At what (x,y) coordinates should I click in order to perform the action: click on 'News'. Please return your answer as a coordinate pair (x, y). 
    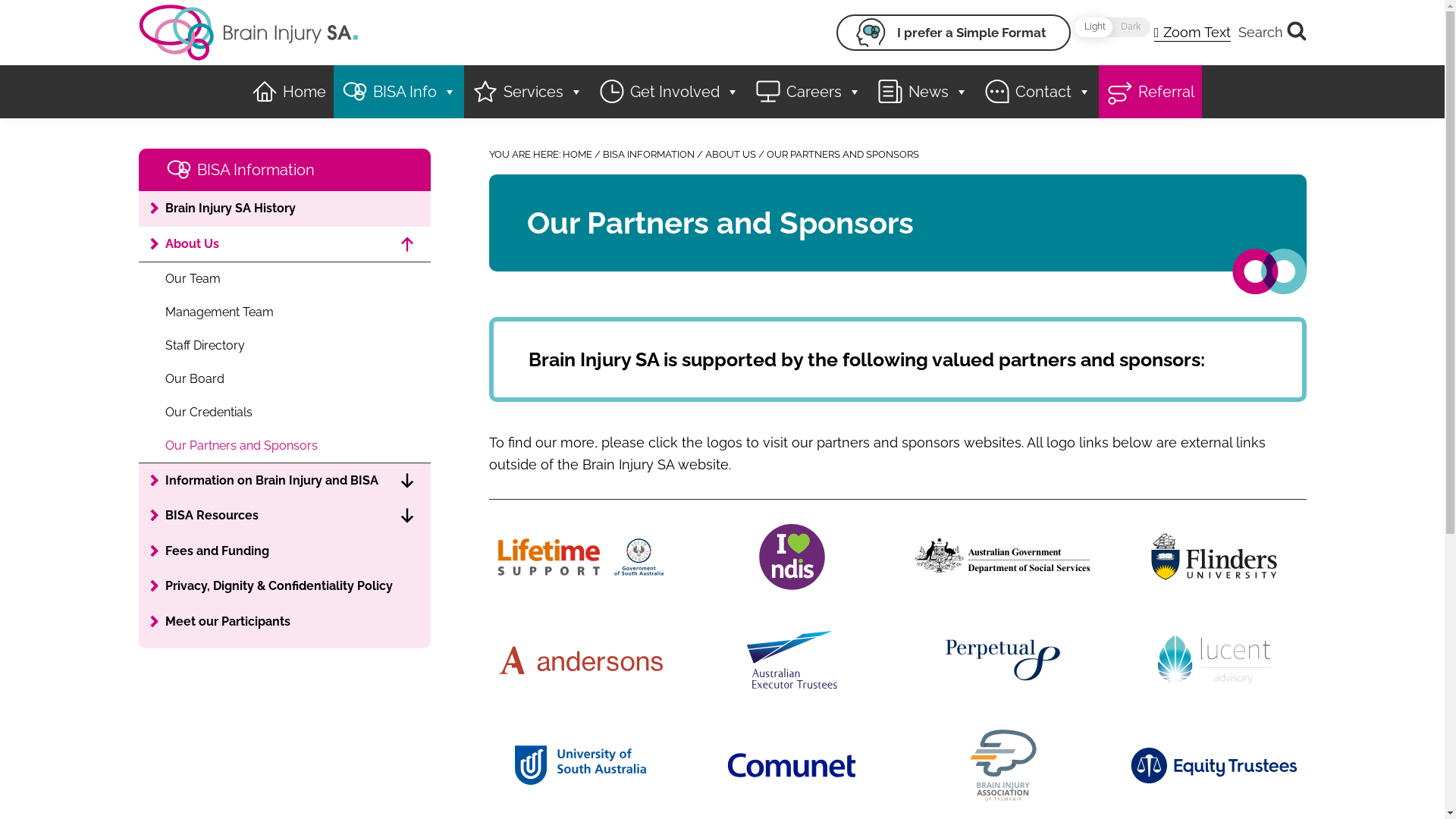
    Looking at the image, I should click on (869, 91).